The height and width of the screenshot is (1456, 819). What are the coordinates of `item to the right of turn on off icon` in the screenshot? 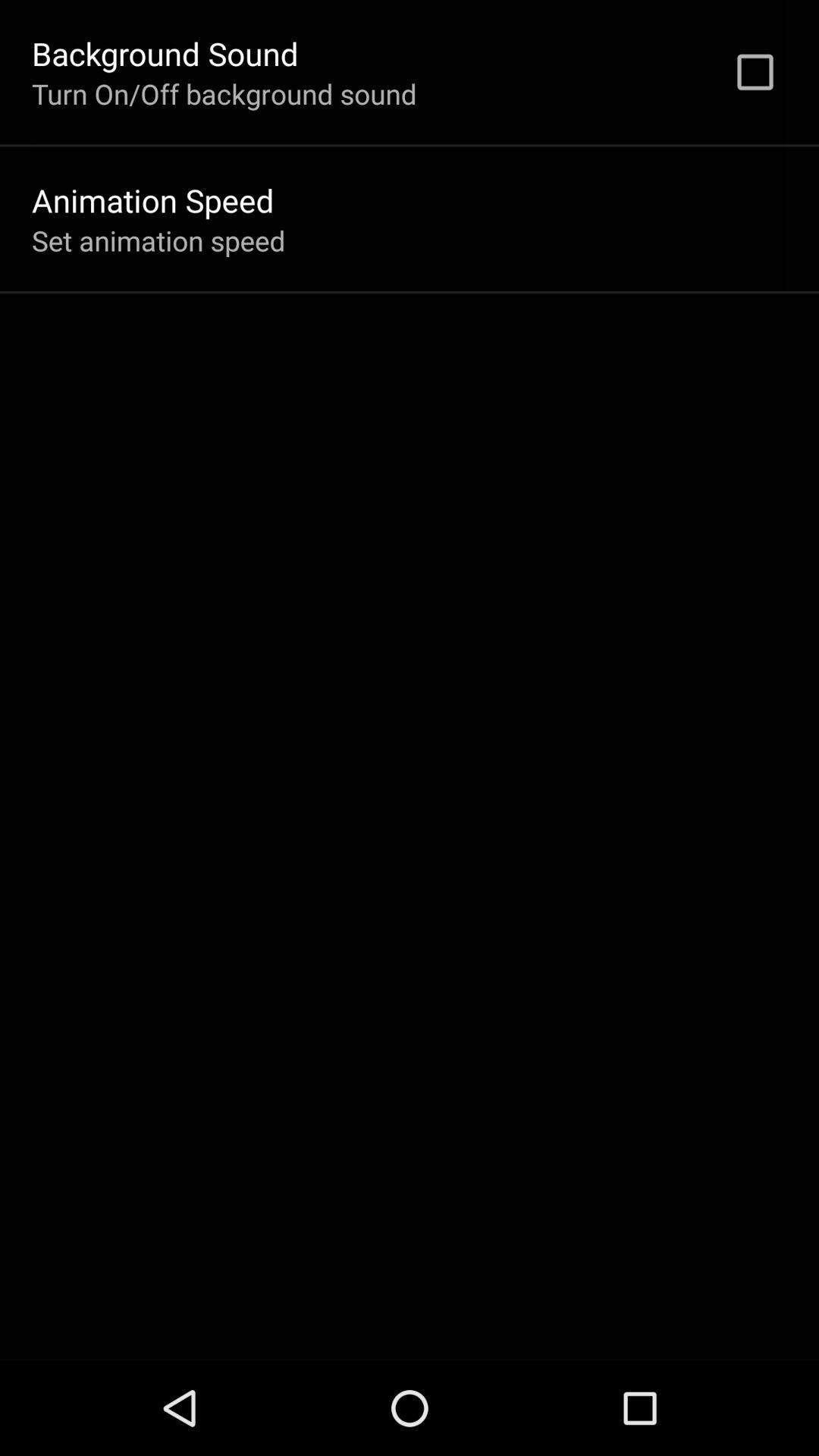 It's located at (755, 71).